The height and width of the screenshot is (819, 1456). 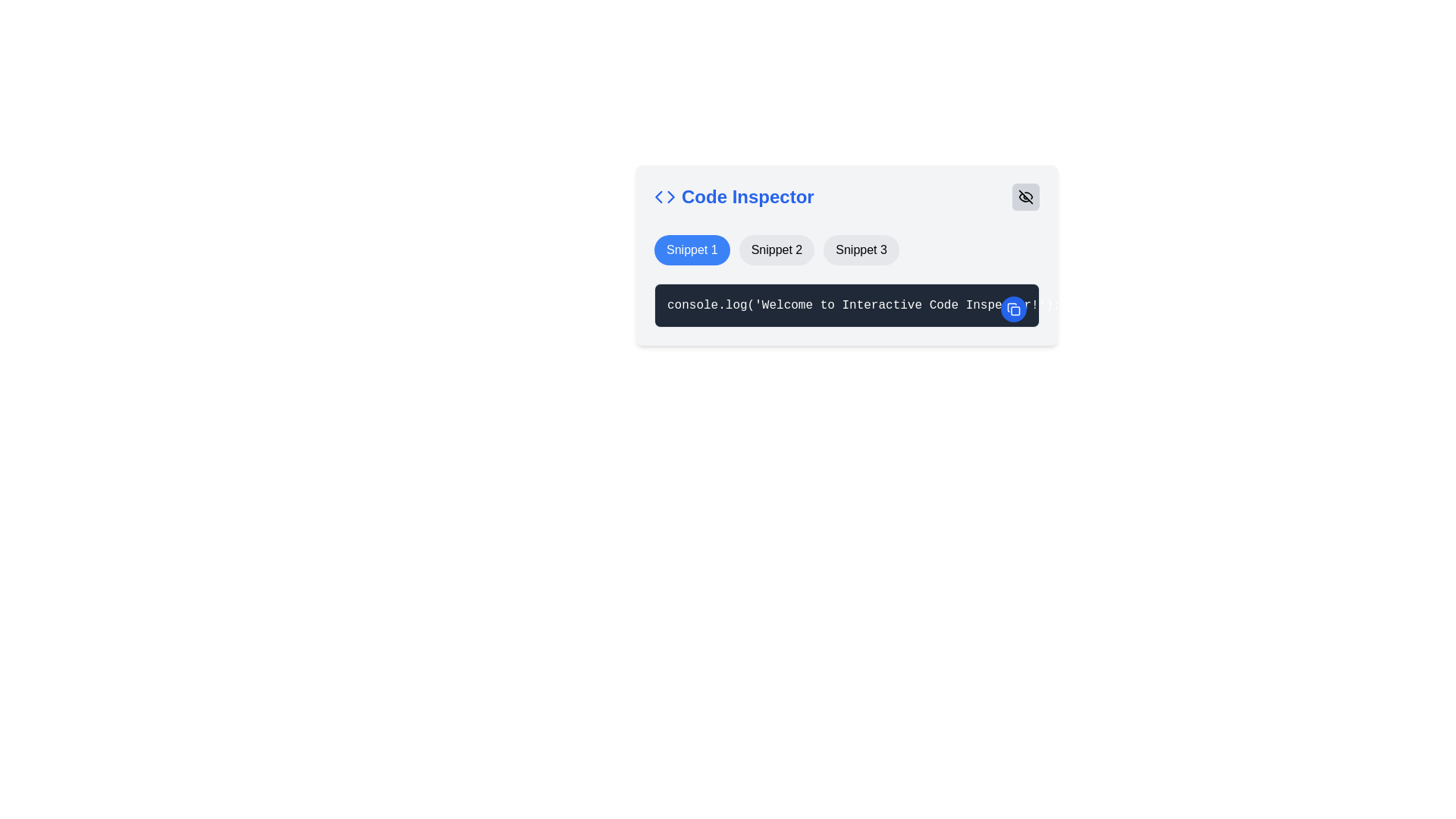 What do you see at coordinates (1014, 309) in the screenshot?
I see `the copy icon located in the circular blue button at the top-right corner of the code snippet viewer to initiate the copy action` at bounding box center [1014, 309].